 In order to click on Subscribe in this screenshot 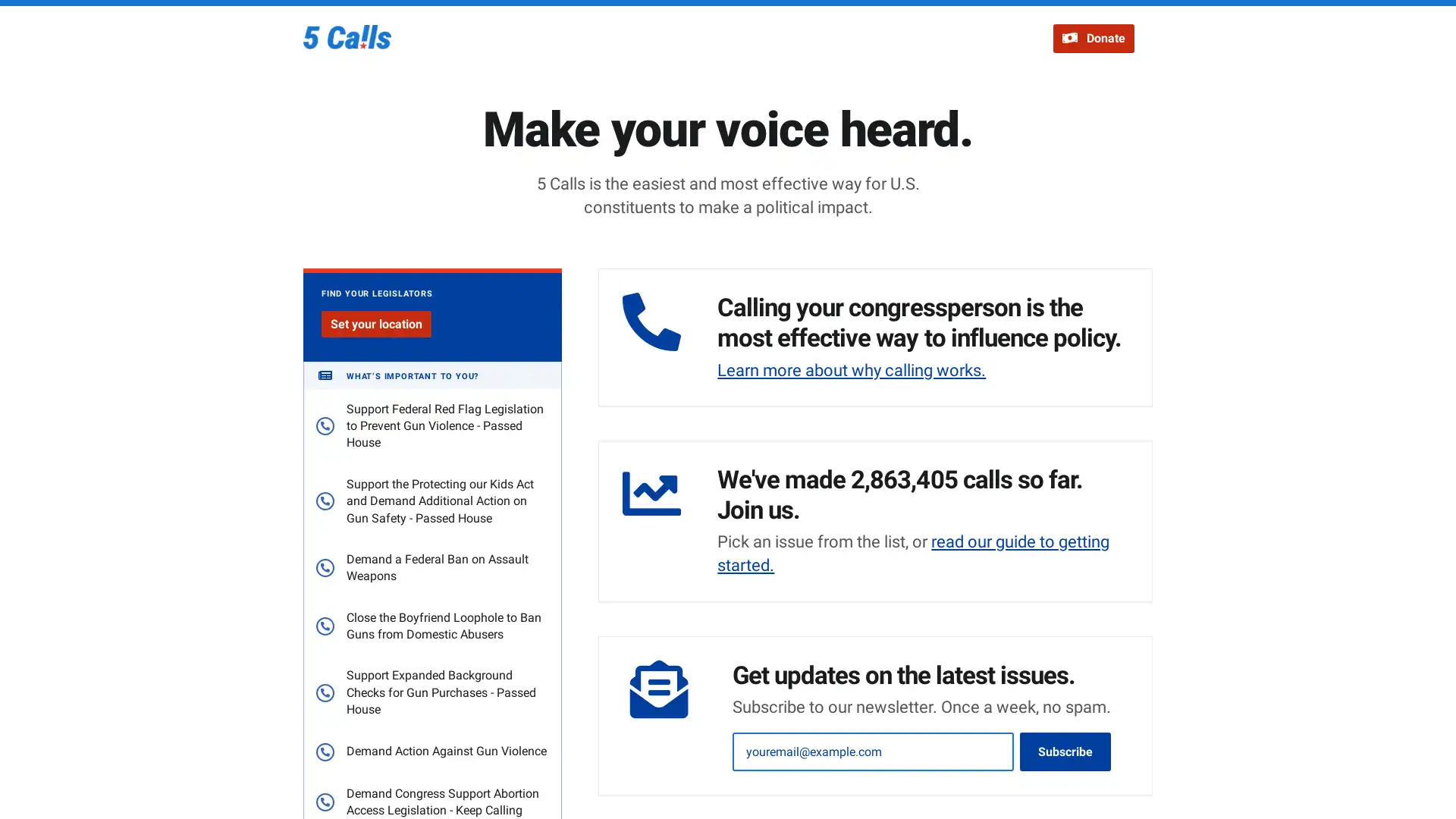, I will do `click(1063, 751)`.